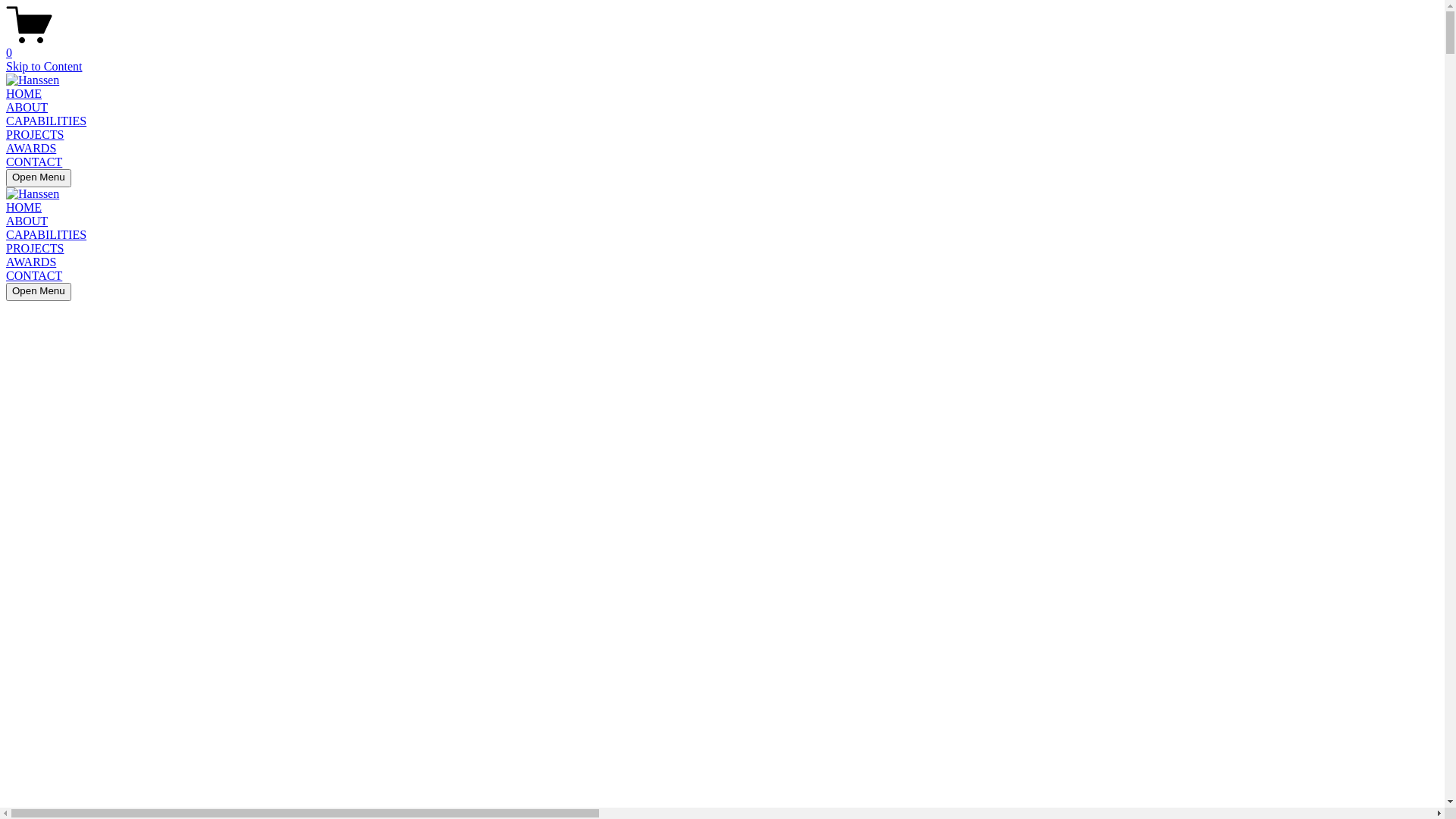  Describe the element at coordinates (721, 45) in the screenshot. I see `'0'` at that location.